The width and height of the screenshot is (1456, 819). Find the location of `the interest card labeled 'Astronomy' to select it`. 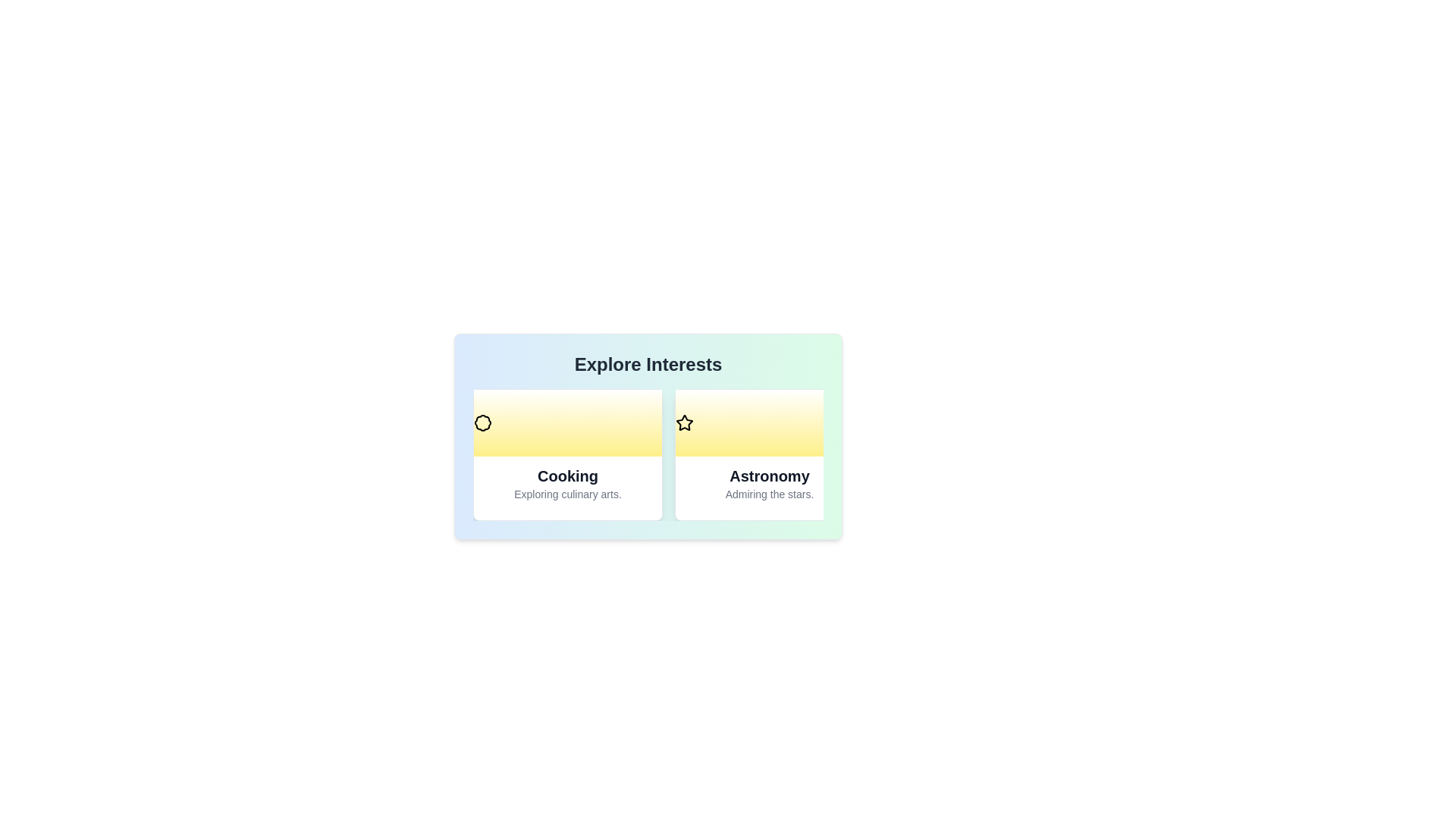

the interest card labeled 'Astronomy' to select it is located at coordinates (769, 454).